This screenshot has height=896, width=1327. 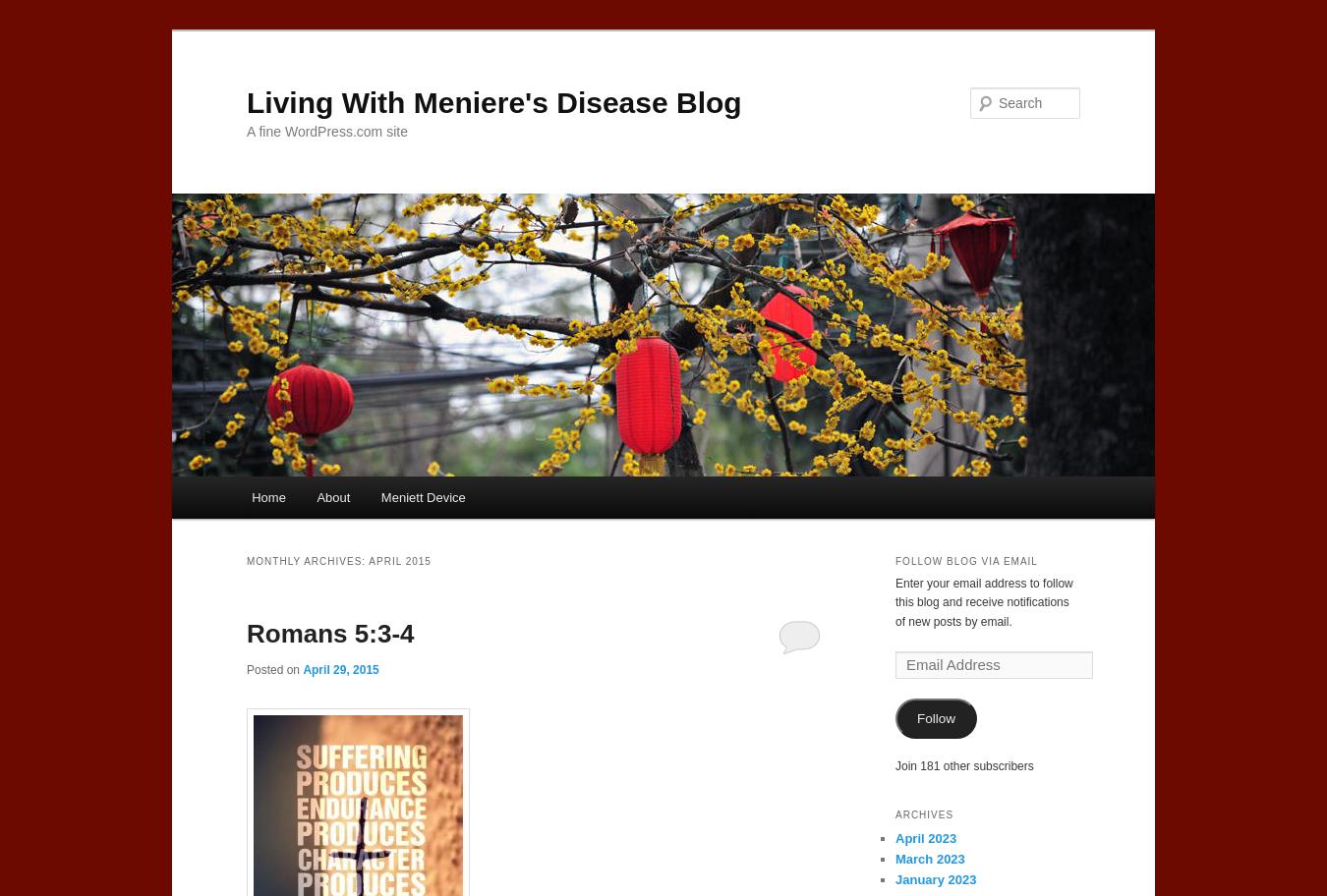 I want to click on 'Posted on', so click(x=273, y=667).